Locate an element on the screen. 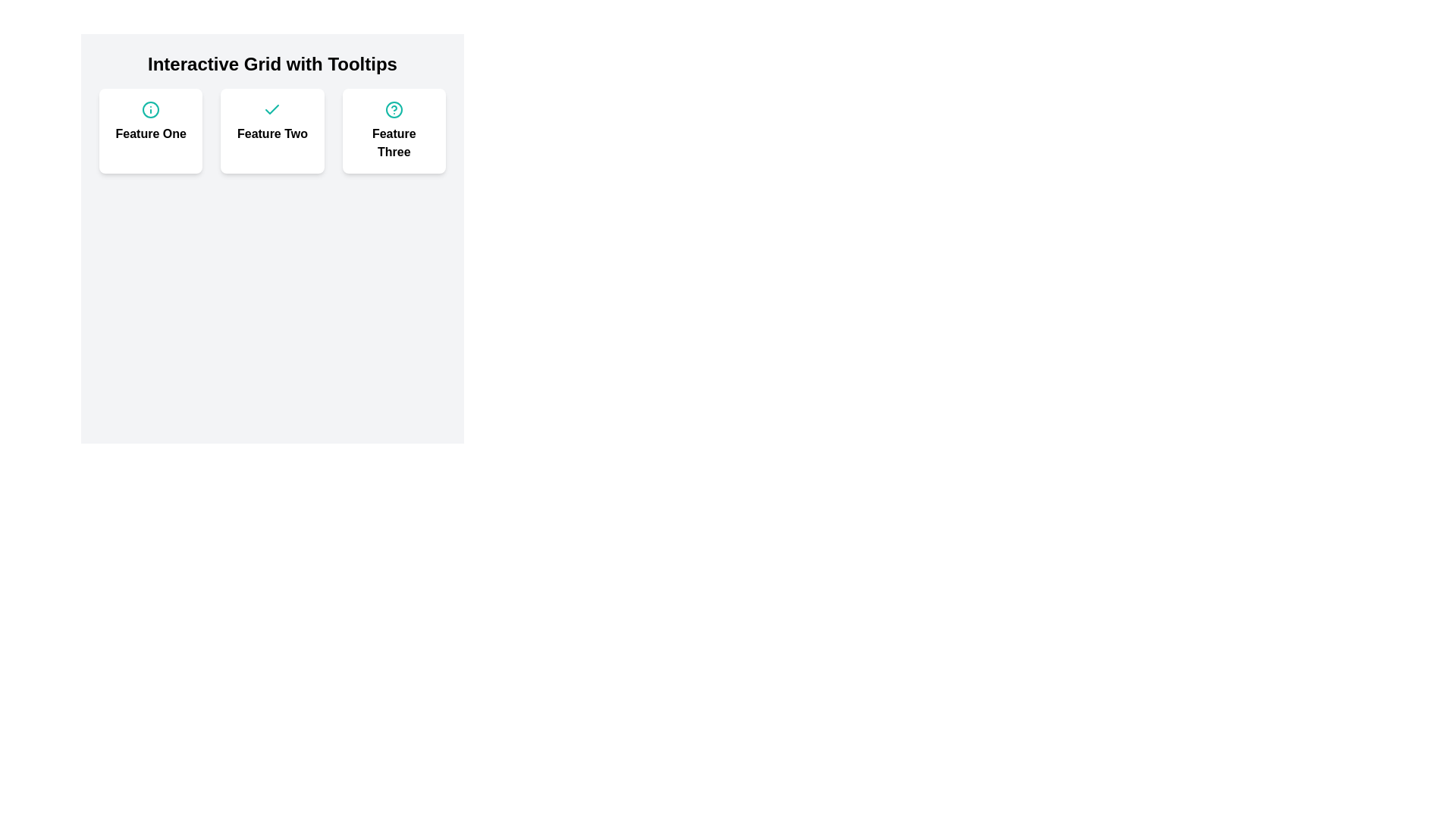  the static text label that displays the title or name of the associated feature located in the leftmost card of three horizontally structured cards is located at coordinates (151, 133).